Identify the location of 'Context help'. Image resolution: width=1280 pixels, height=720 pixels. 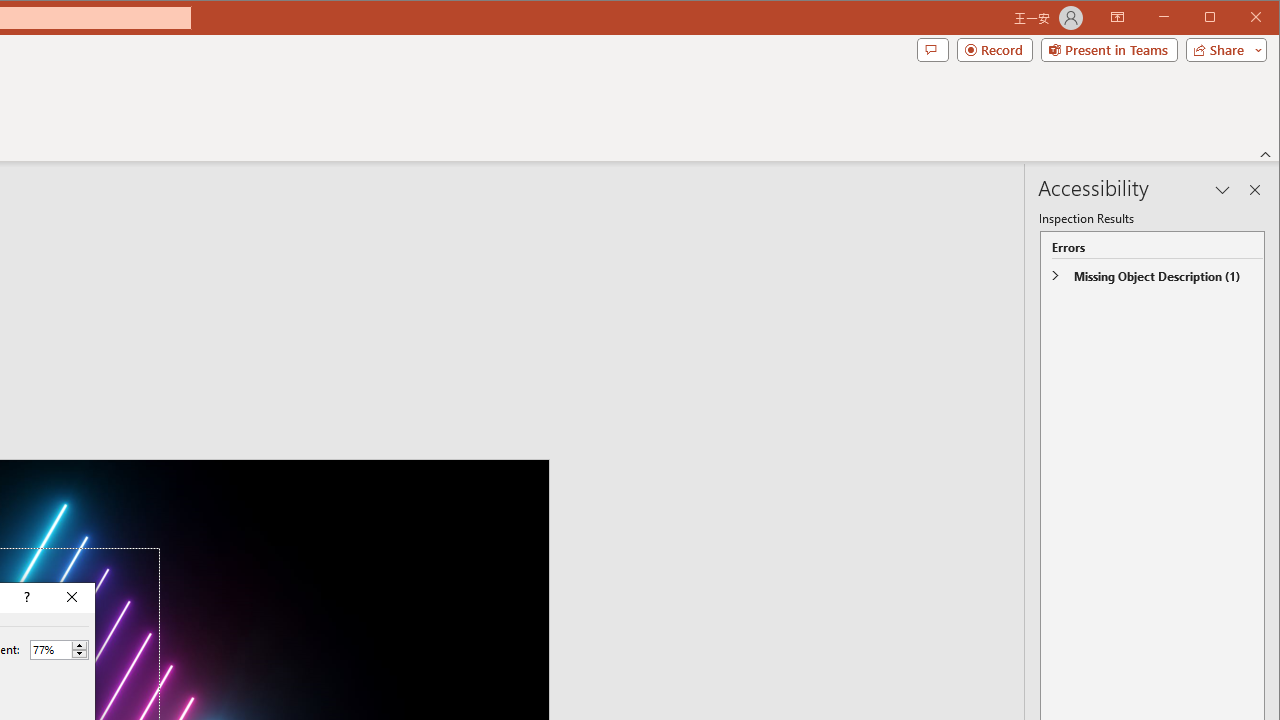
(25, 596).